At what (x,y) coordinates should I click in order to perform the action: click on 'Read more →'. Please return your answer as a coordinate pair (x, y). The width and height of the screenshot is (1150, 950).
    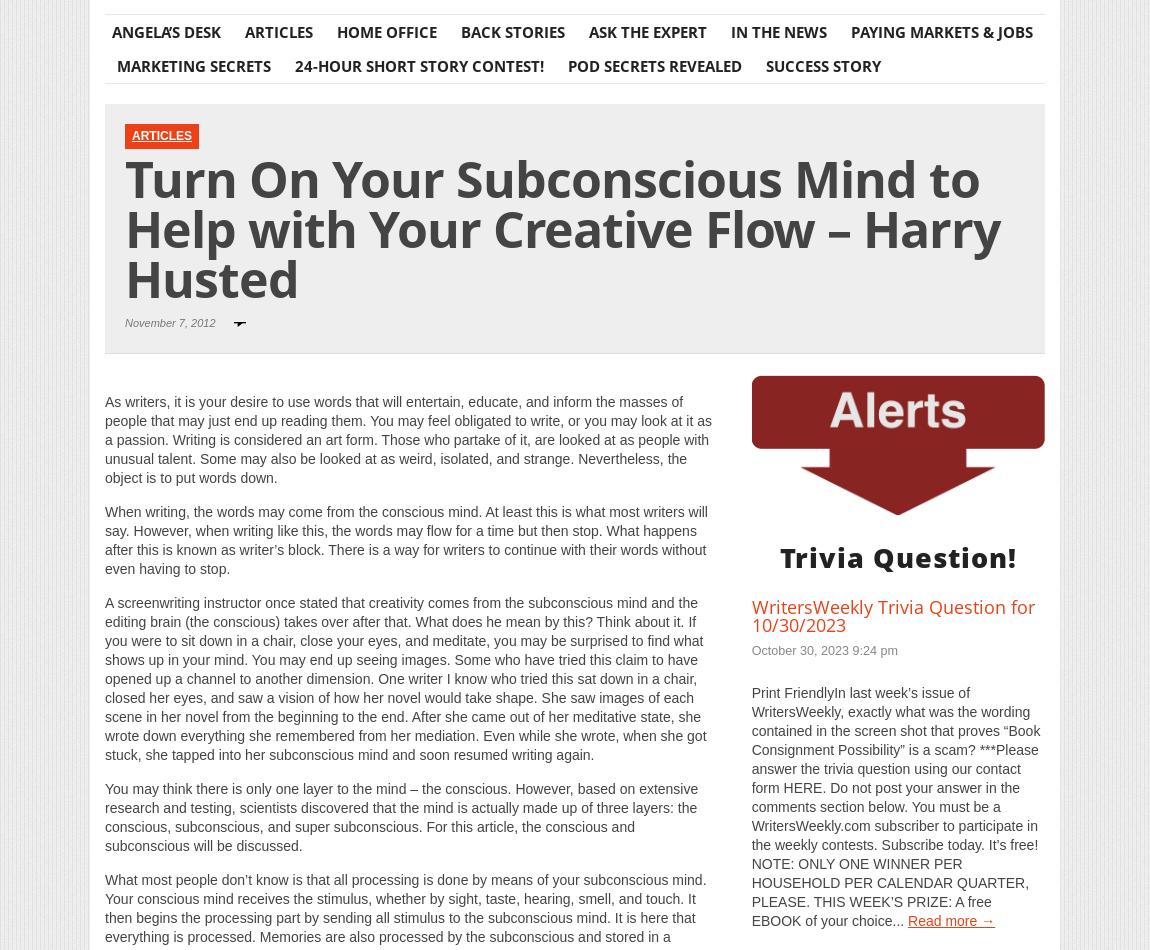
    Looking at the image, I should click on (951, 918).